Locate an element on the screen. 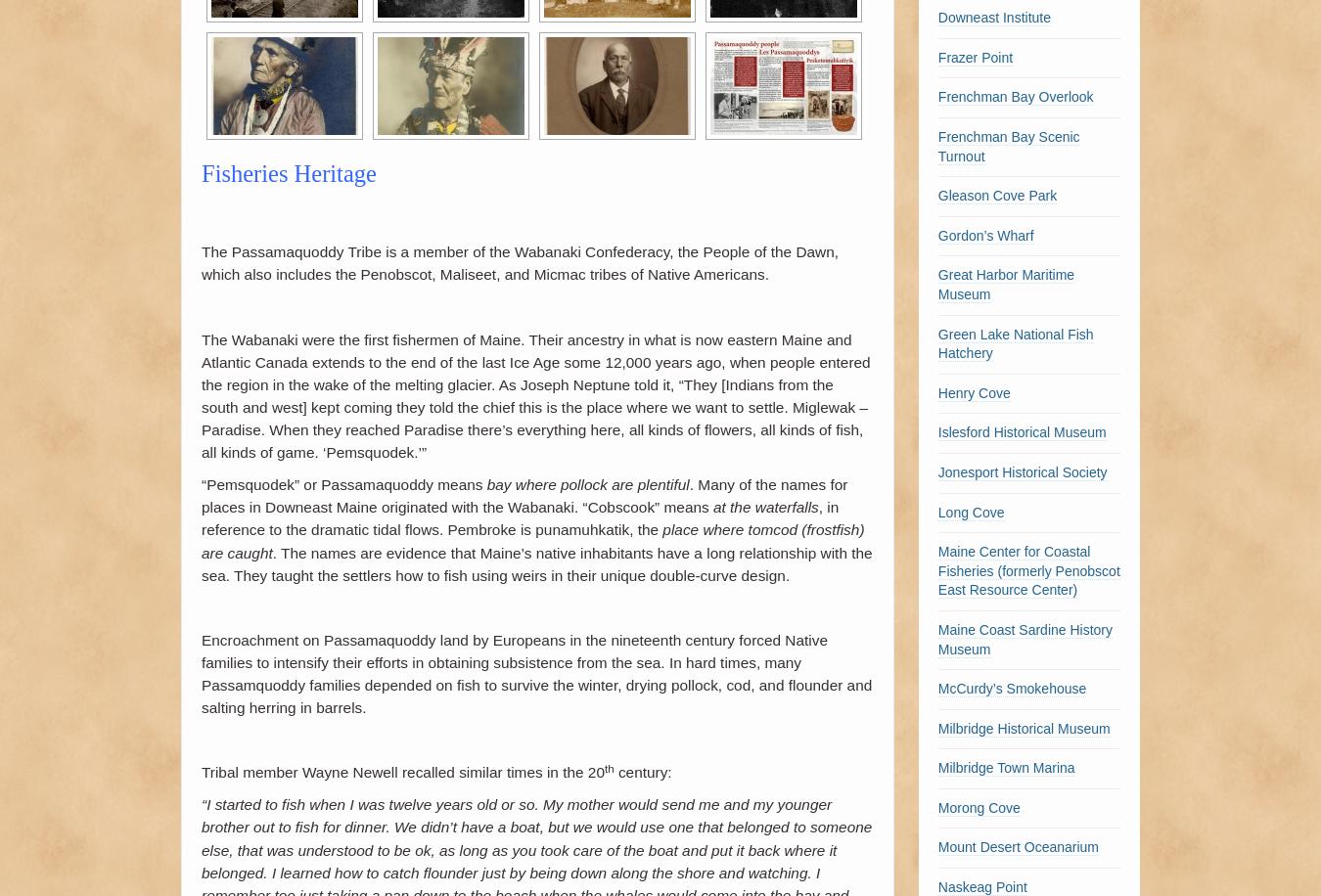 The image size is (1321, 896). 'The Passamaquoddy Tribe is a member of the Wabanaki Confederacy, the People of the Dawn, which also includes the Penobscot, Maliseet, and Micmac tribes of Native Americans.' is located at coordinates (519, 263).